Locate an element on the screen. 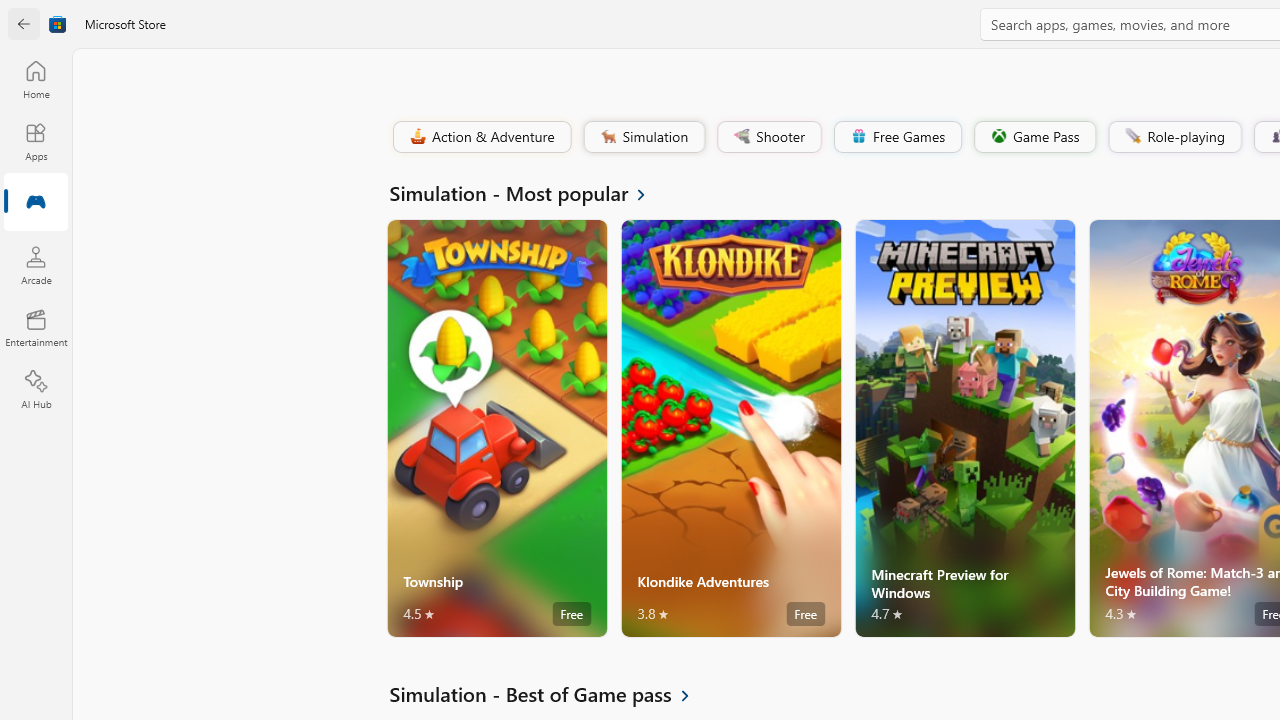 This screenshot has height=720, width=1280. 'Arcade' is located at coordinates (35, 264).